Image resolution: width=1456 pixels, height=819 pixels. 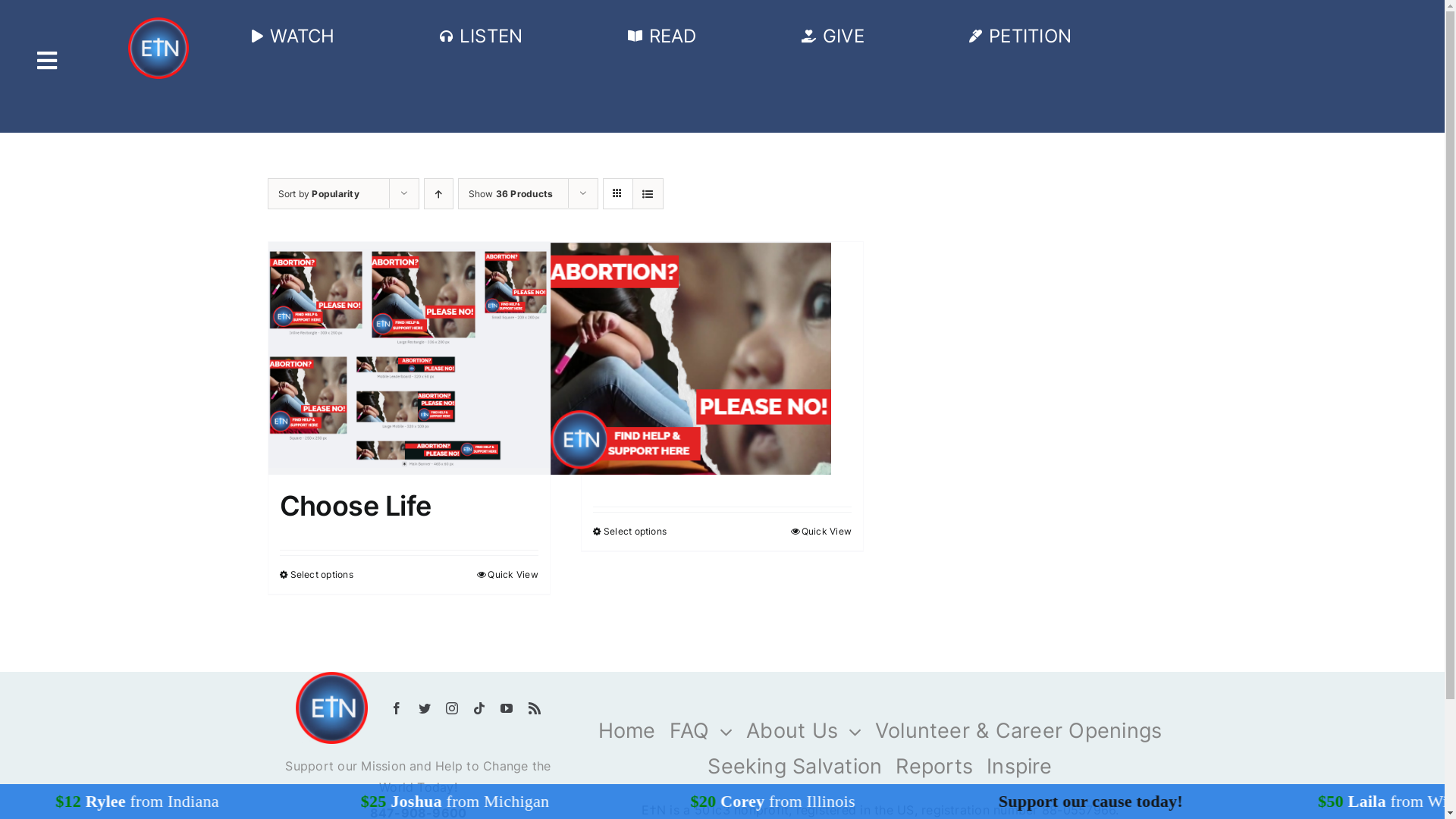 I want to click on 'Sort by Popularity', so click(x=317, y=193).